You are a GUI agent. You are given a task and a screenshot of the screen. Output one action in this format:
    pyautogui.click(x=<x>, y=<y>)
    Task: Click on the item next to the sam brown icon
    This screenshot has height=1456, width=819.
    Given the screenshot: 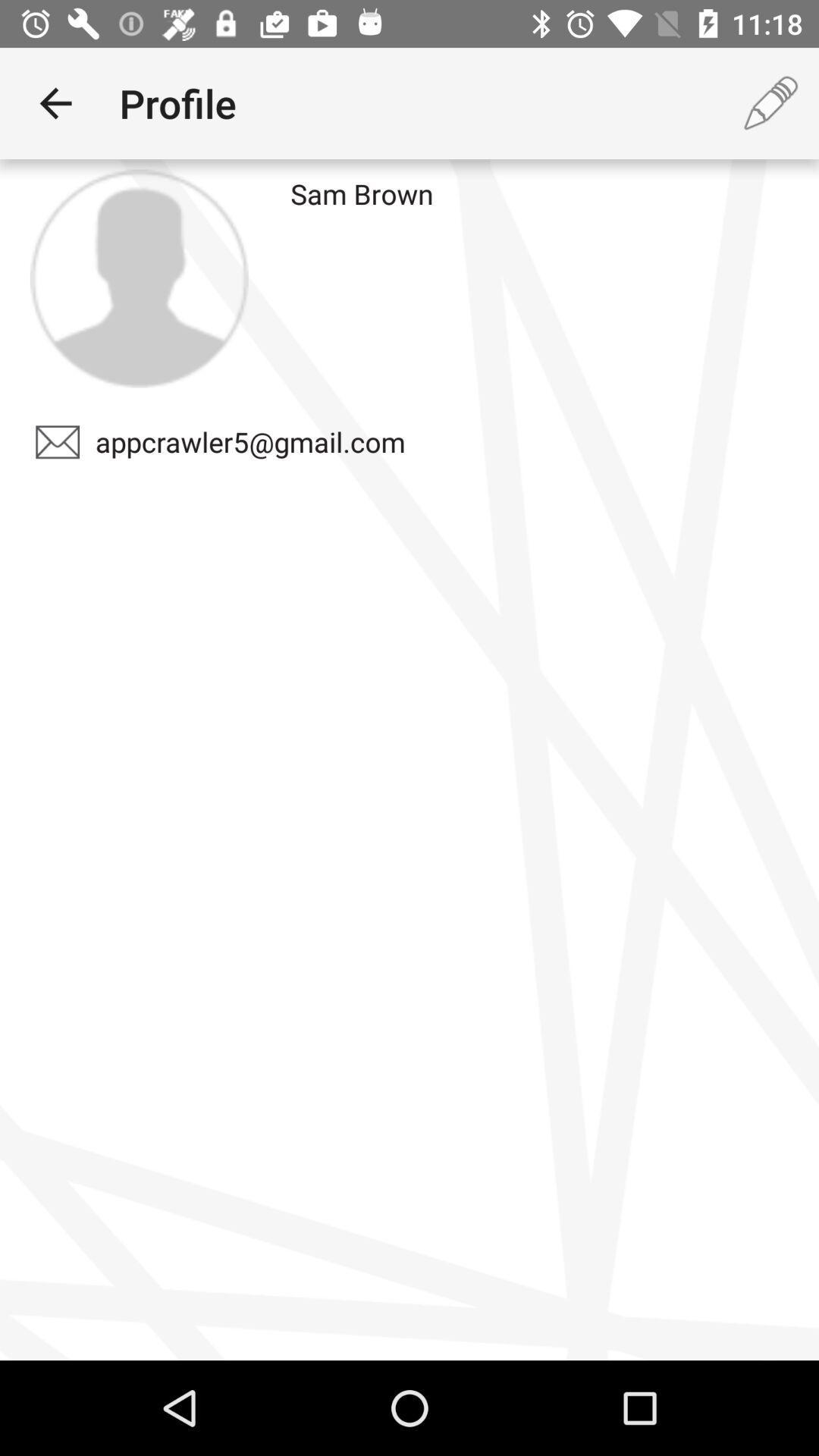 What is the action you would take?
    pyautogui.click(x=139, y=278)
    